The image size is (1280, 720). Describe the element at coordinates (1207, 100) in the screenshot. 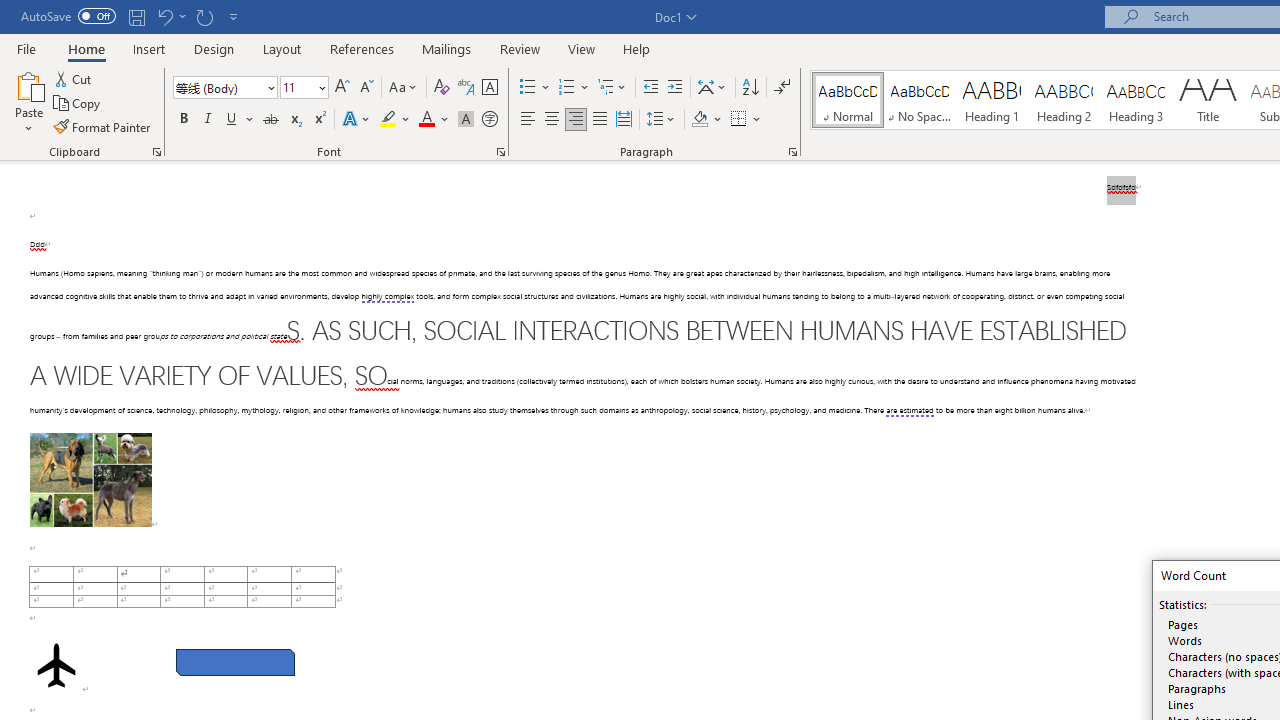

I see `'Title'` at that location.